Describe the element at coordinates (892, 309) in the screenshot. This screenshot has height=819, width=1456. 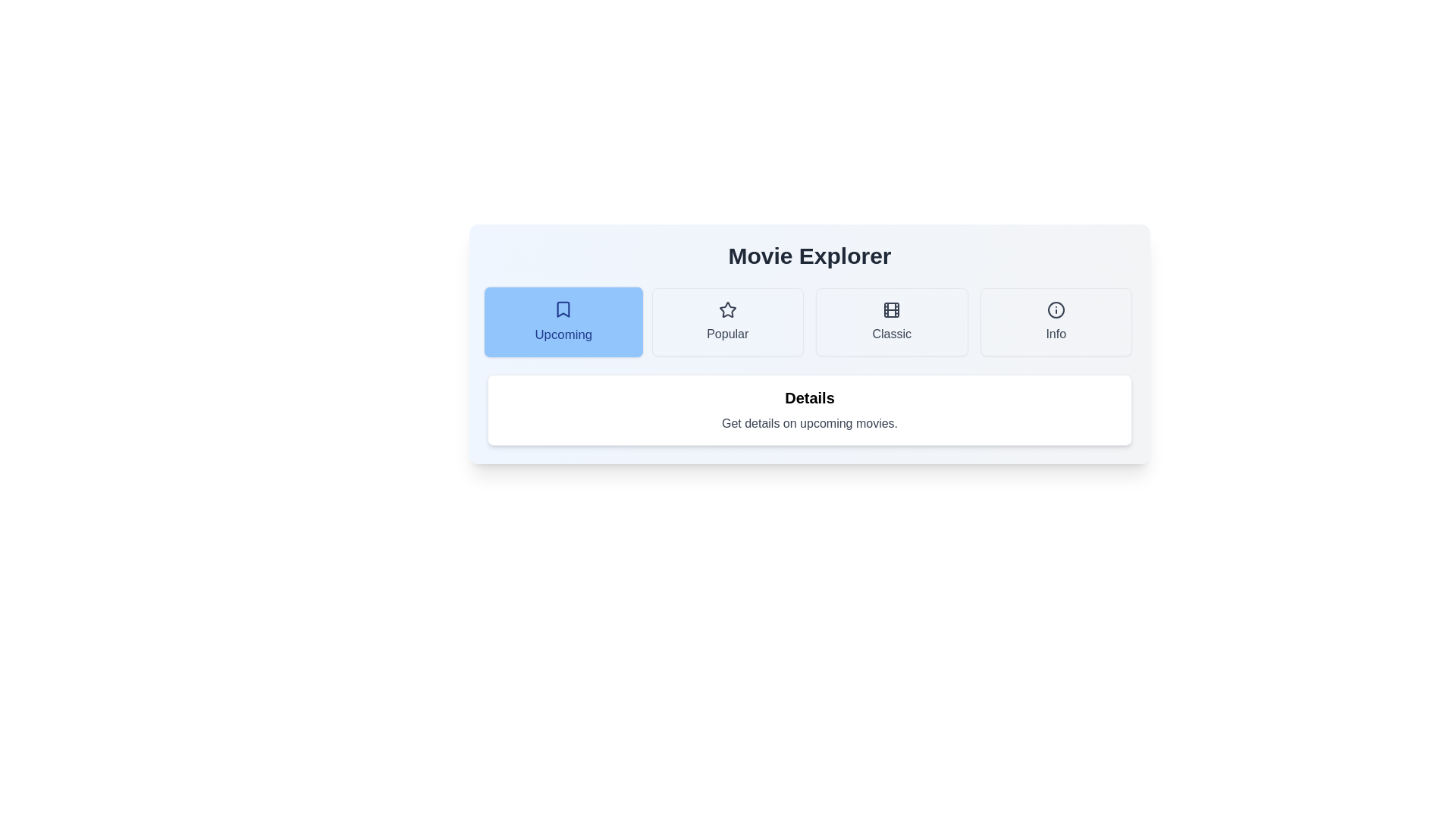
I see `the film reel icon in the 'Classic' category` at that location.